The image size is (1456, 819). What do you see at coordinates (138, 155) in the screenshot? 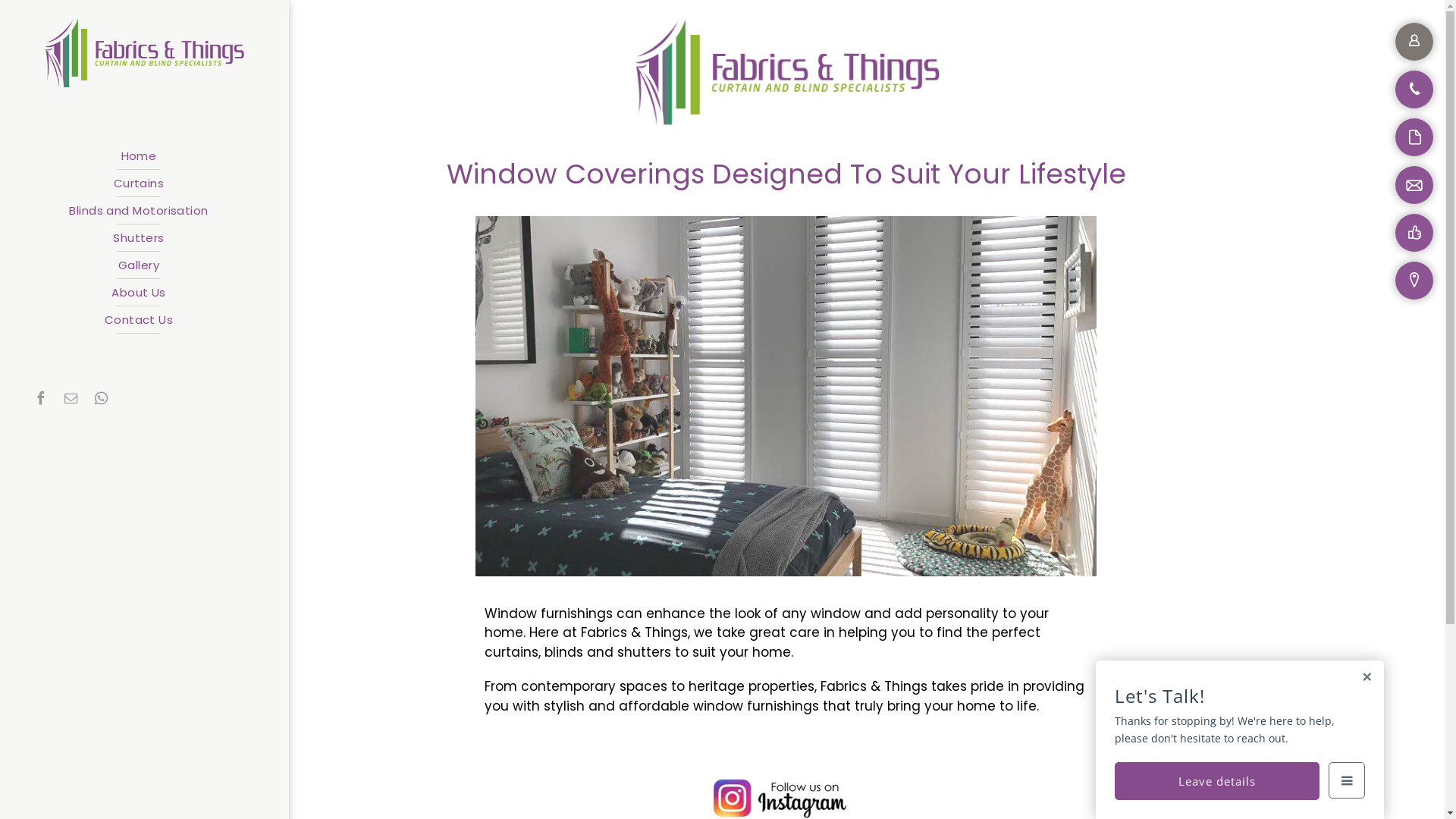
I see `'Home'` at bounding box center [138, 155].